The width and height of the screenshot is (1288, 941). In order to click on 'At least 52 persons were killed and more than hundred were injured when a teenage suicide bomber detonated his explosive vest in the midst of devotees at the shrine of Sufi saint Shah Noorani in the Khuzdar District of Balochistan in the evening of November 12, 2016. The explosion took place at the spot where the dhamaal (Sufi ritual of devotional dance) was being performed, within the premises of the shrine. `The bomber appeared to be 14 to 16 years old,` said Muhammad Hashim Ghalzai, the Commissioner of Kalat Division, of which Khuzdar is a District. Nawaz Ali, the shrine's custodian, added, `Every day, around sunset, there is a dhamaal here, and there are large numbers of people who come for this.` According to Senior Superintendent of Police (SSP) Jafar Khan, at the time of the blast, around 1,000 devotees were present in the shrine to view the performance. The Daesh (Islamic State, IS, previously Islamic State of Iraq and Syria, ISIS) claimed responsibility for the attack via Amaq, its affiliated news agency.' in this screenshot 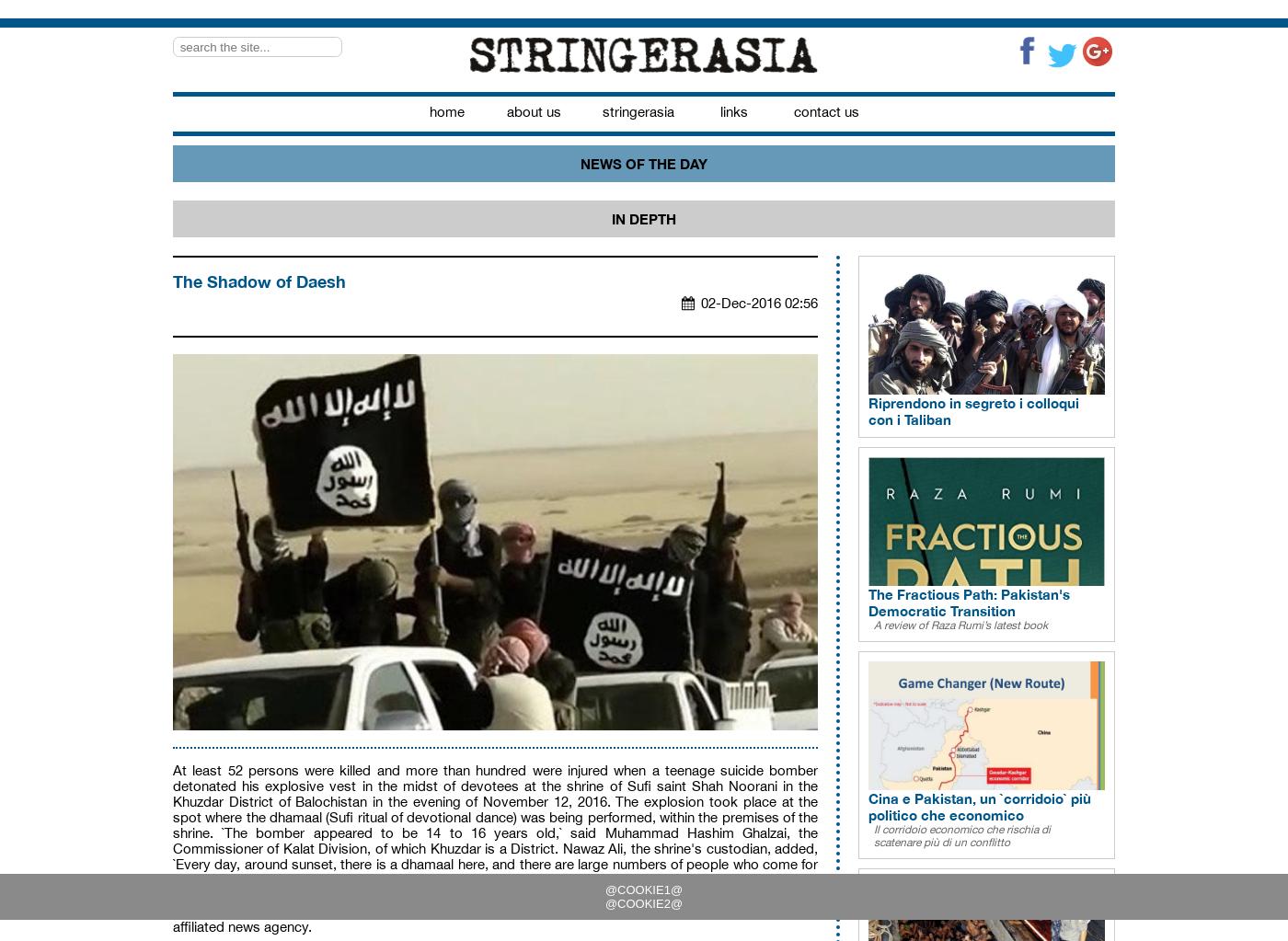, I will do `click(495, 847)`.